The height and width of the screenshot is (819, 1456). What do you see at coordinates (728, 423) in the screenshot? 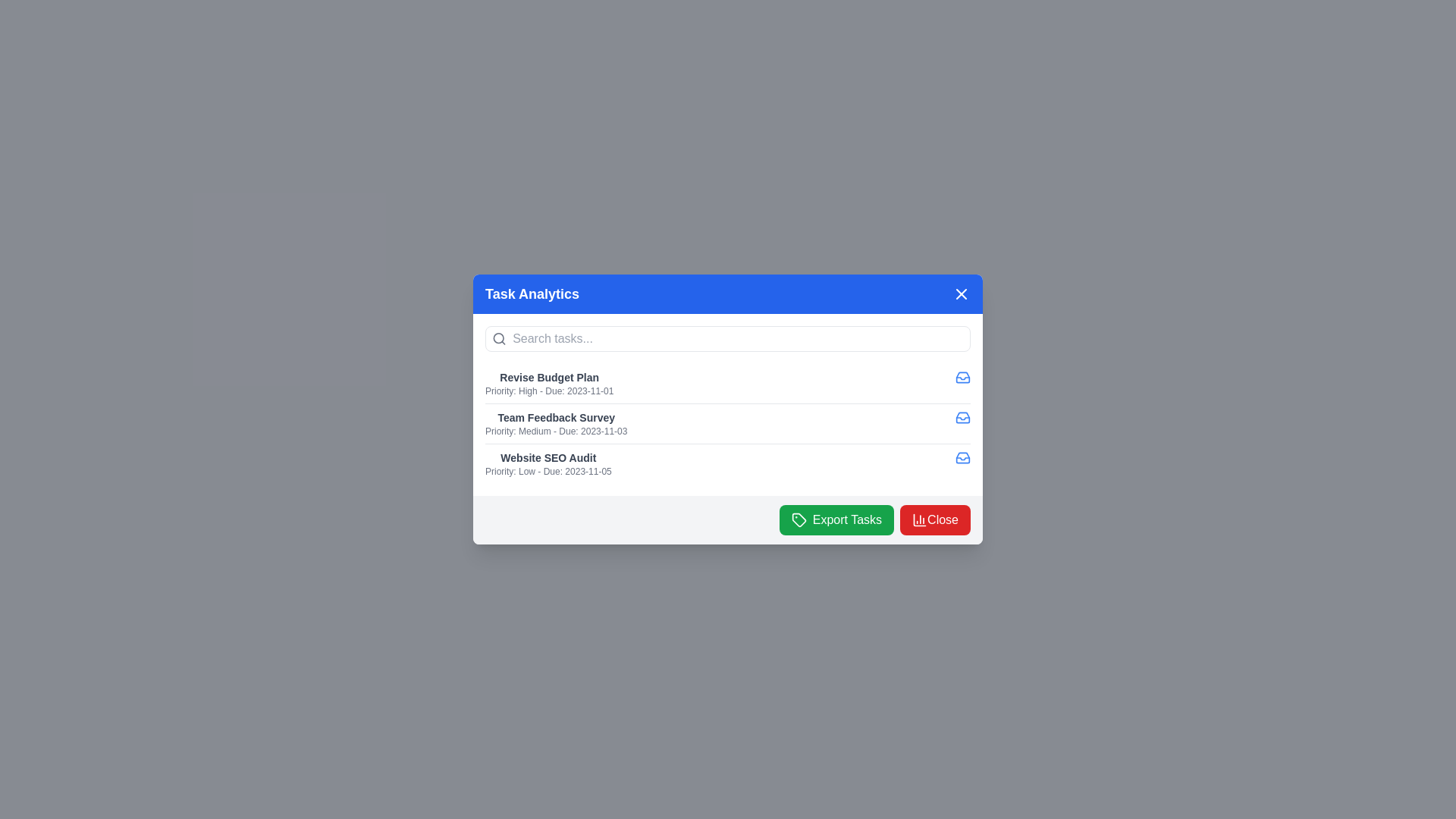
I see `the second task list item, which represents a specific task with details such as name, priority level, and due date` at bounding box center [728, 423].